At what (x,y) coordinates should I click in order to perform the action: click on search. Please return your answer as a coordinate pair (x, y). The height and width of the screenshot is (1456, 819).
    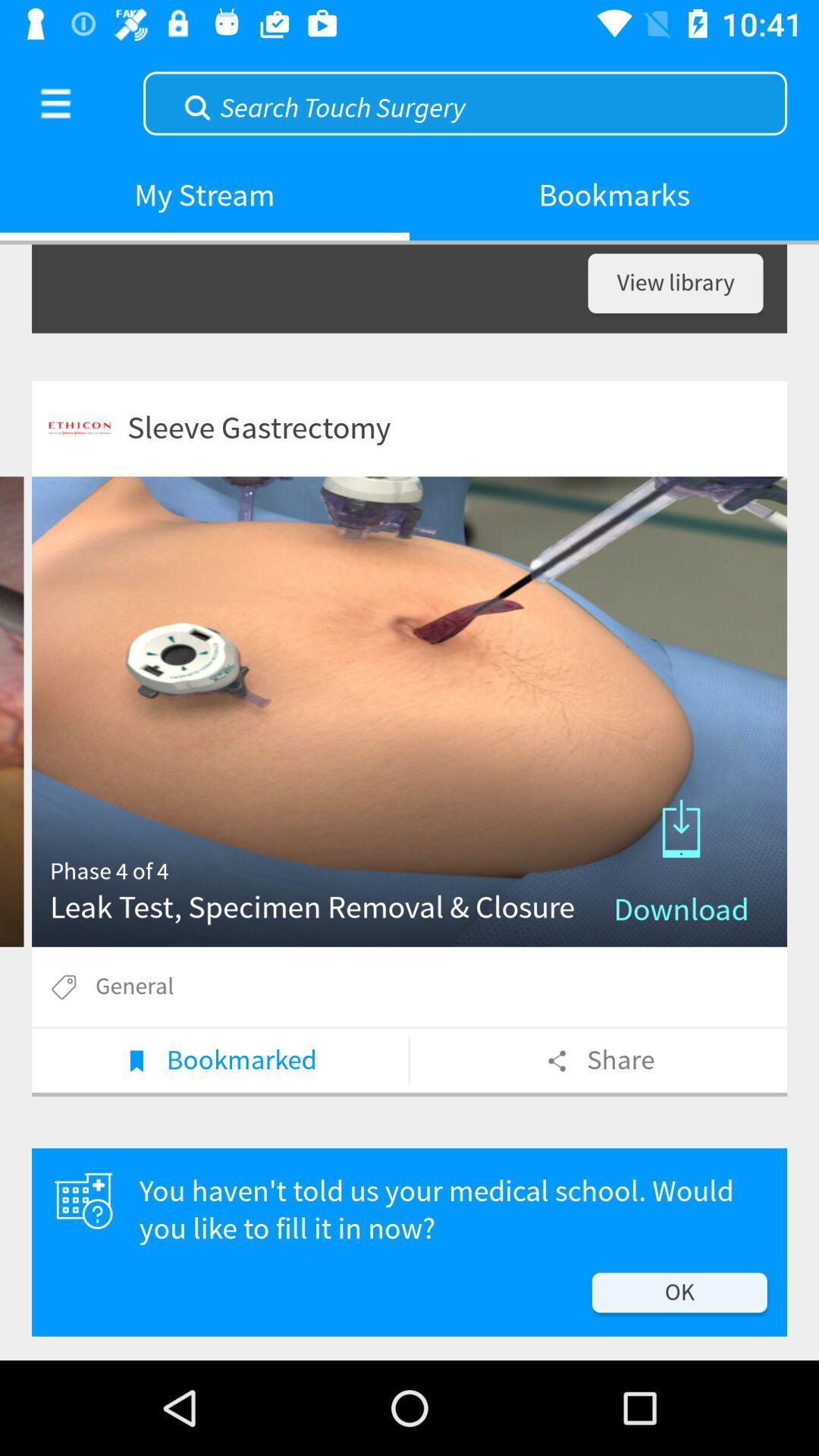
    Looking at the image, I should click on (464, 101).